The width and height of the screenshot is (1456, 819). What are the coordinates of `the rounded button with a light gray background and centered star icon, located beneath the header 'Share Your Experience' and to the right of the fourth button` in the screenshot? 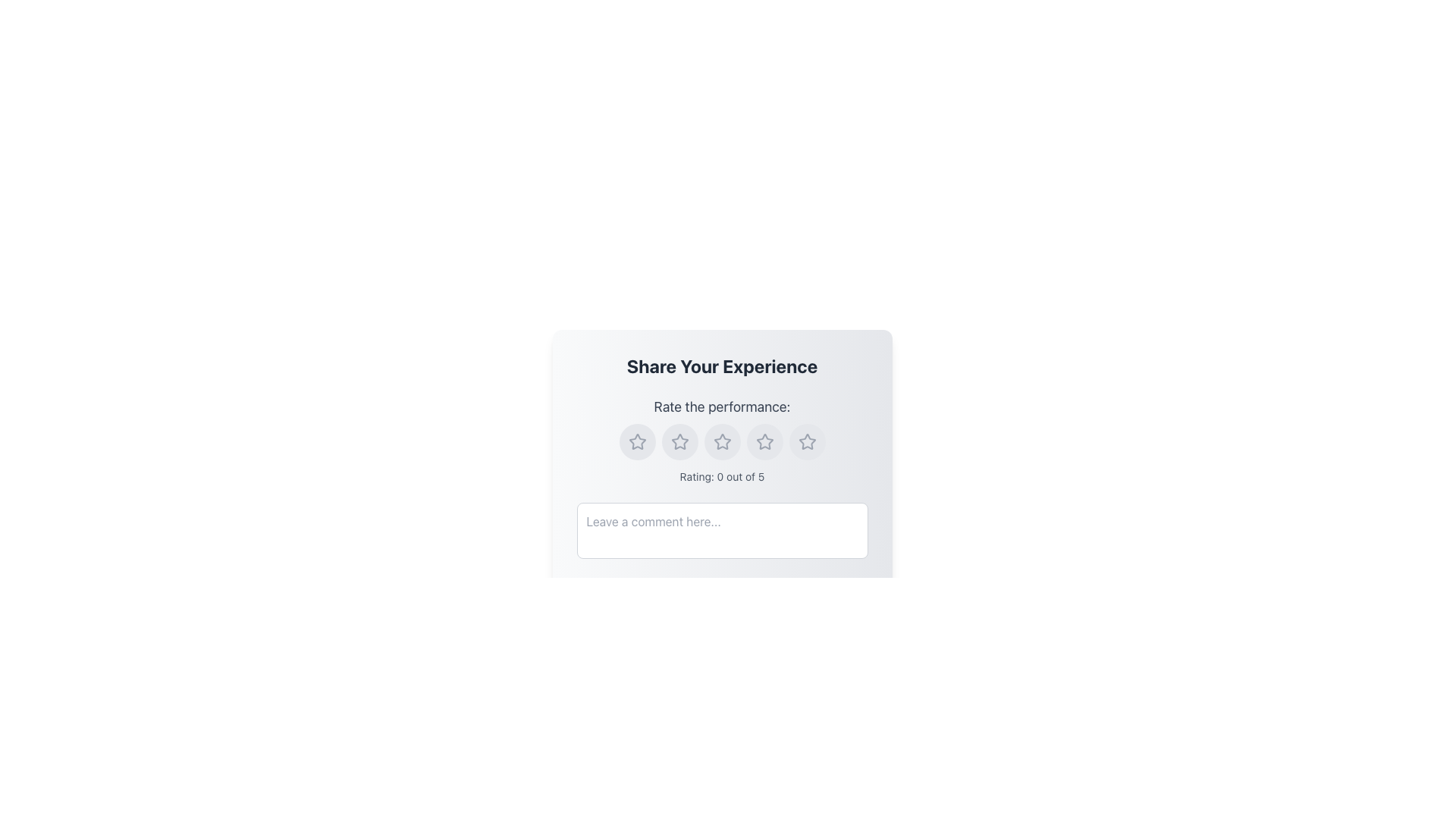 It's located at (764, 441).